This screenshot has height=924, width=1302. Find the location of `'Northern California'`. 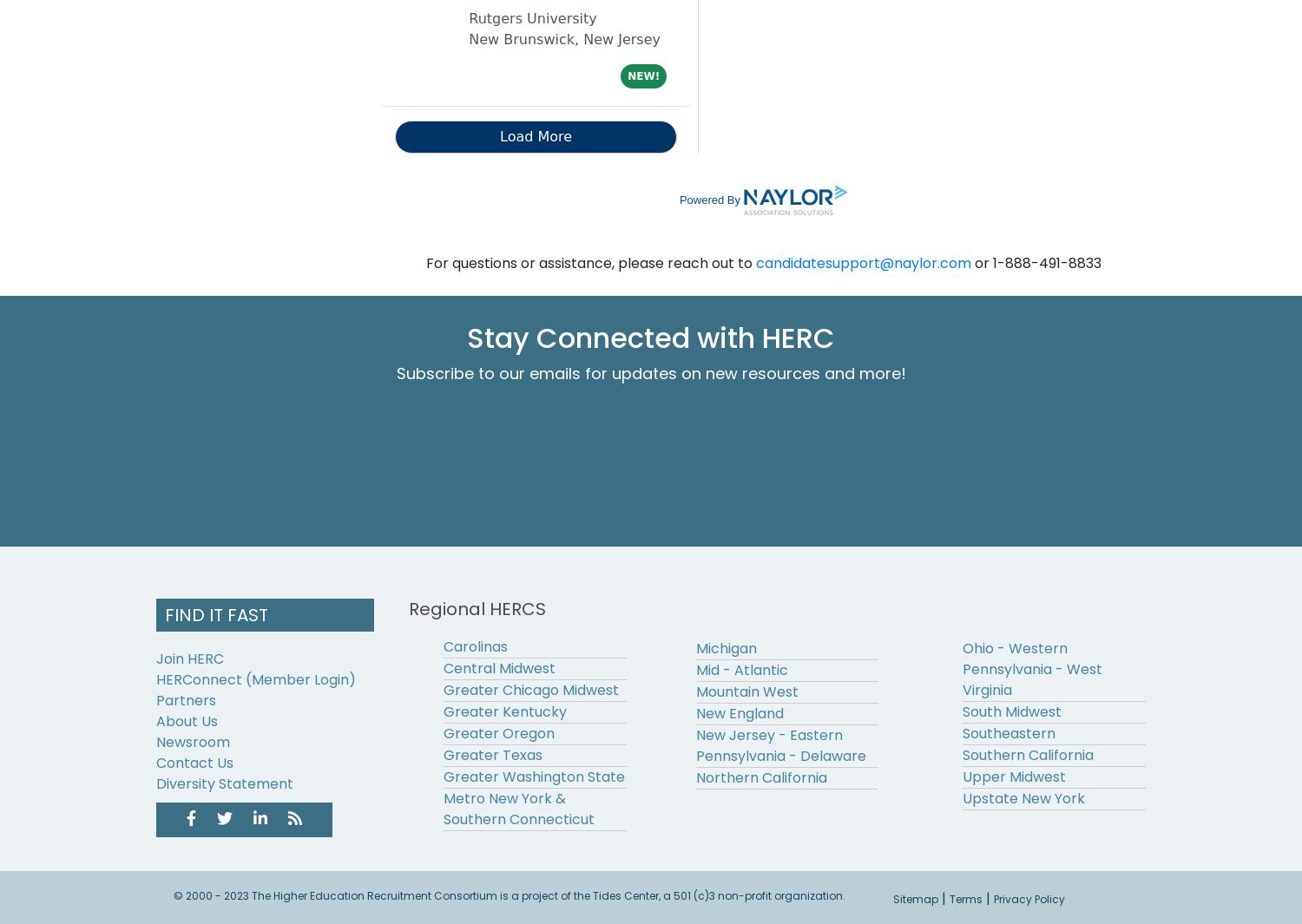

'Northern California' is located at coordinates (760, 777).